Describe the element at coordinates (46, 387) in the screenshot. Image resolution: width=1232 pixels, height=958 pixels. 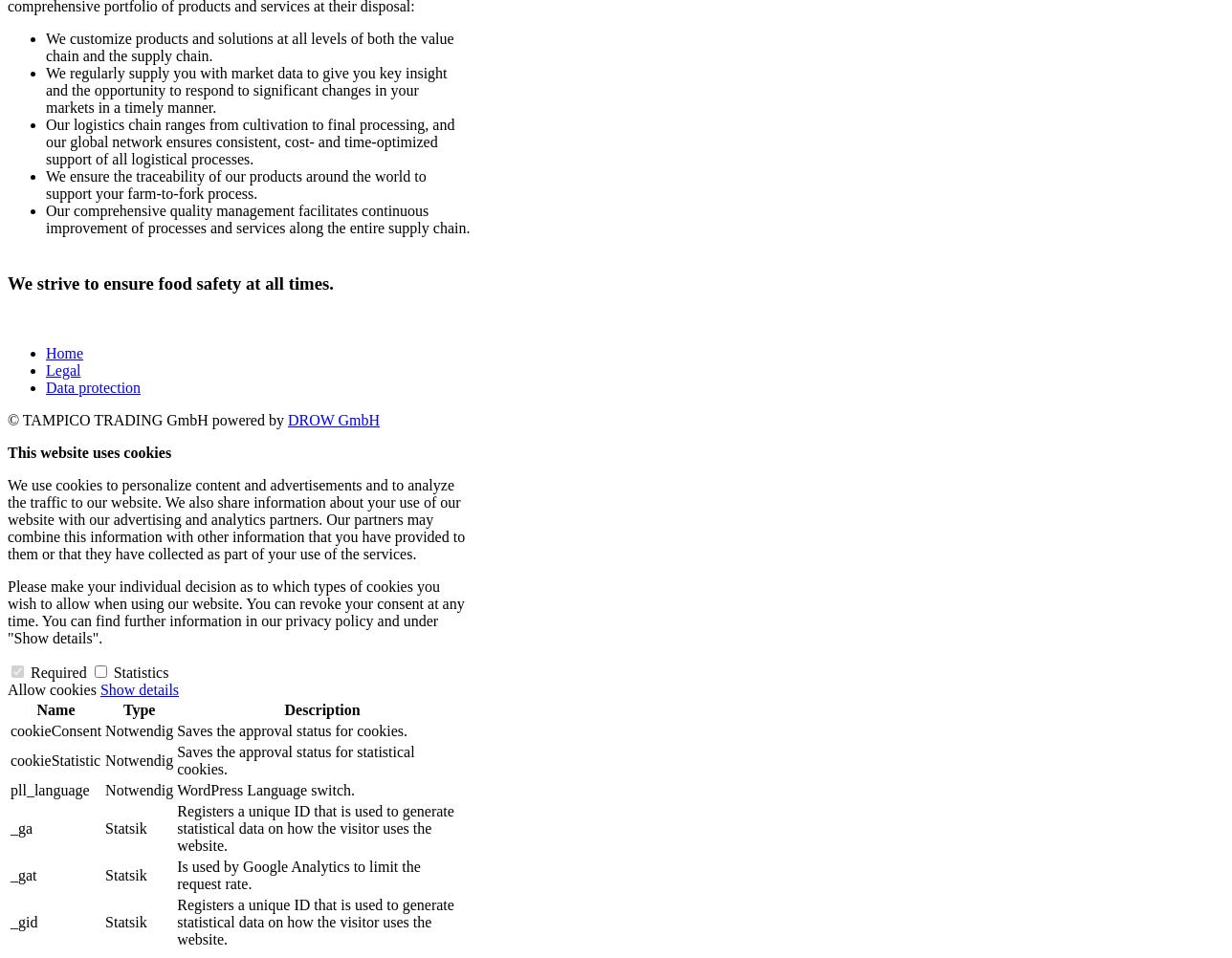
I see `'Data protection'` at that location.